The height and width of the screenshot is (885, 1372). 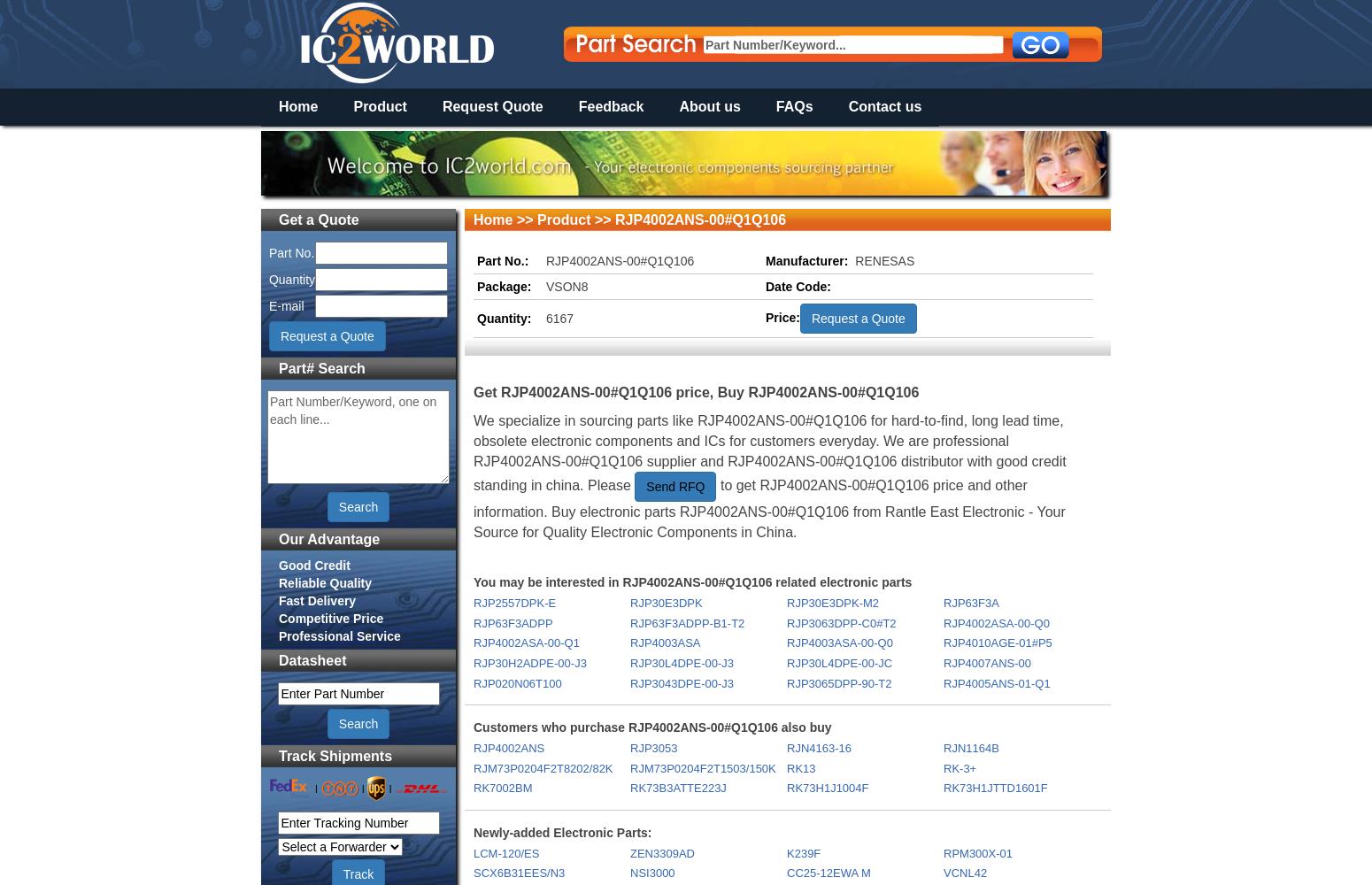 What do you see at coordinates (546, 260) in the screenshot?
I see `'RJP4002ANS-00#Q1Q106'` at bounding box center [546, 260].